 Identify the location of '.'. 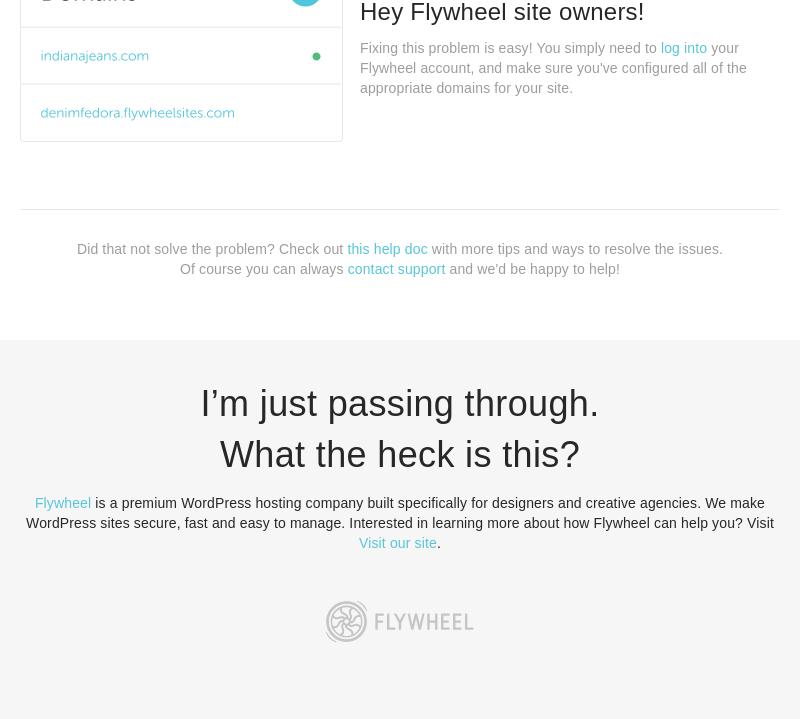
(437, 541).